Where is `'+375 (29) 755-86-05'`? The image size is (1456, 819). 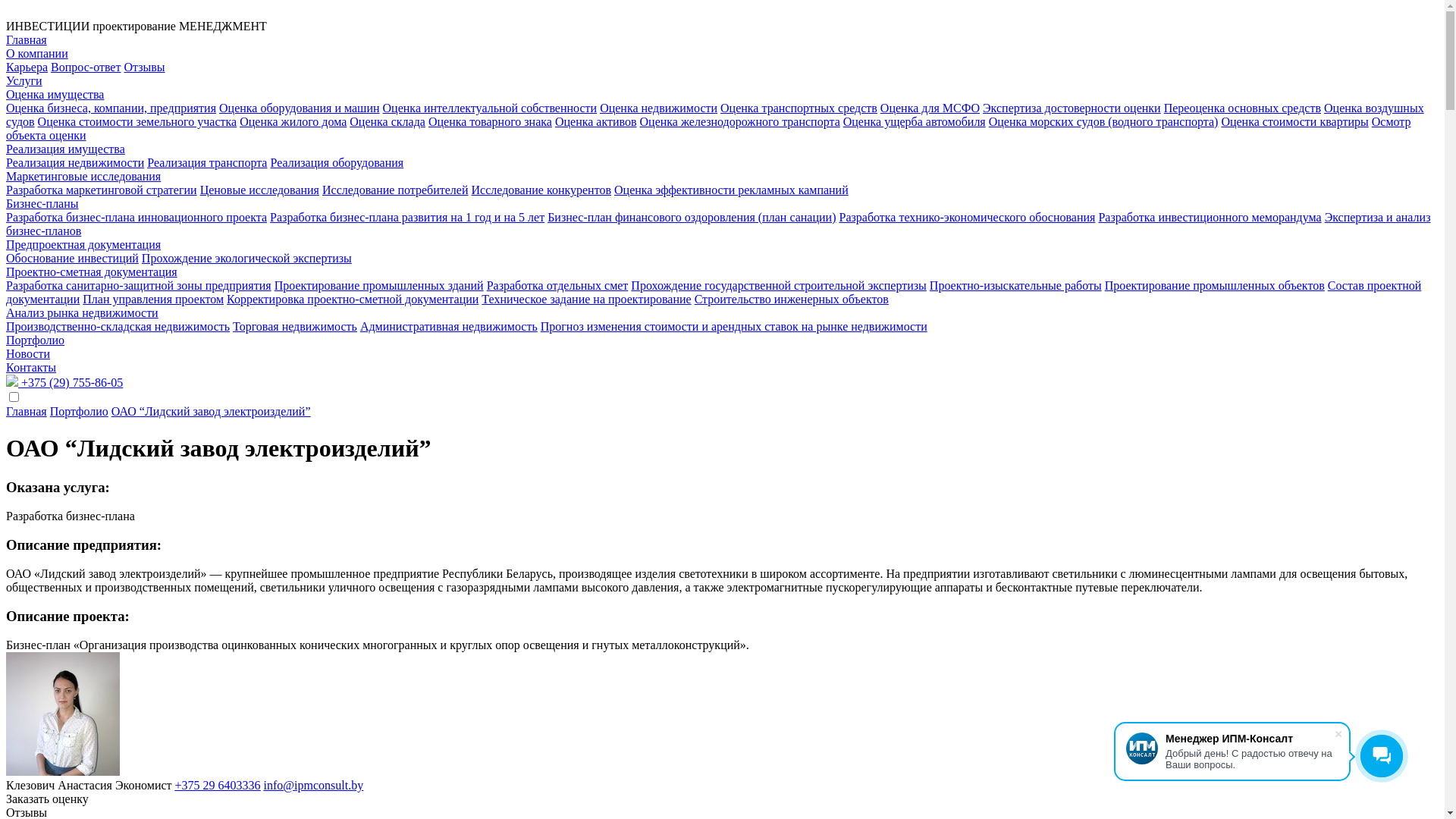 '+375 (29) 755-86-05' is located at coordinates (64, 381).